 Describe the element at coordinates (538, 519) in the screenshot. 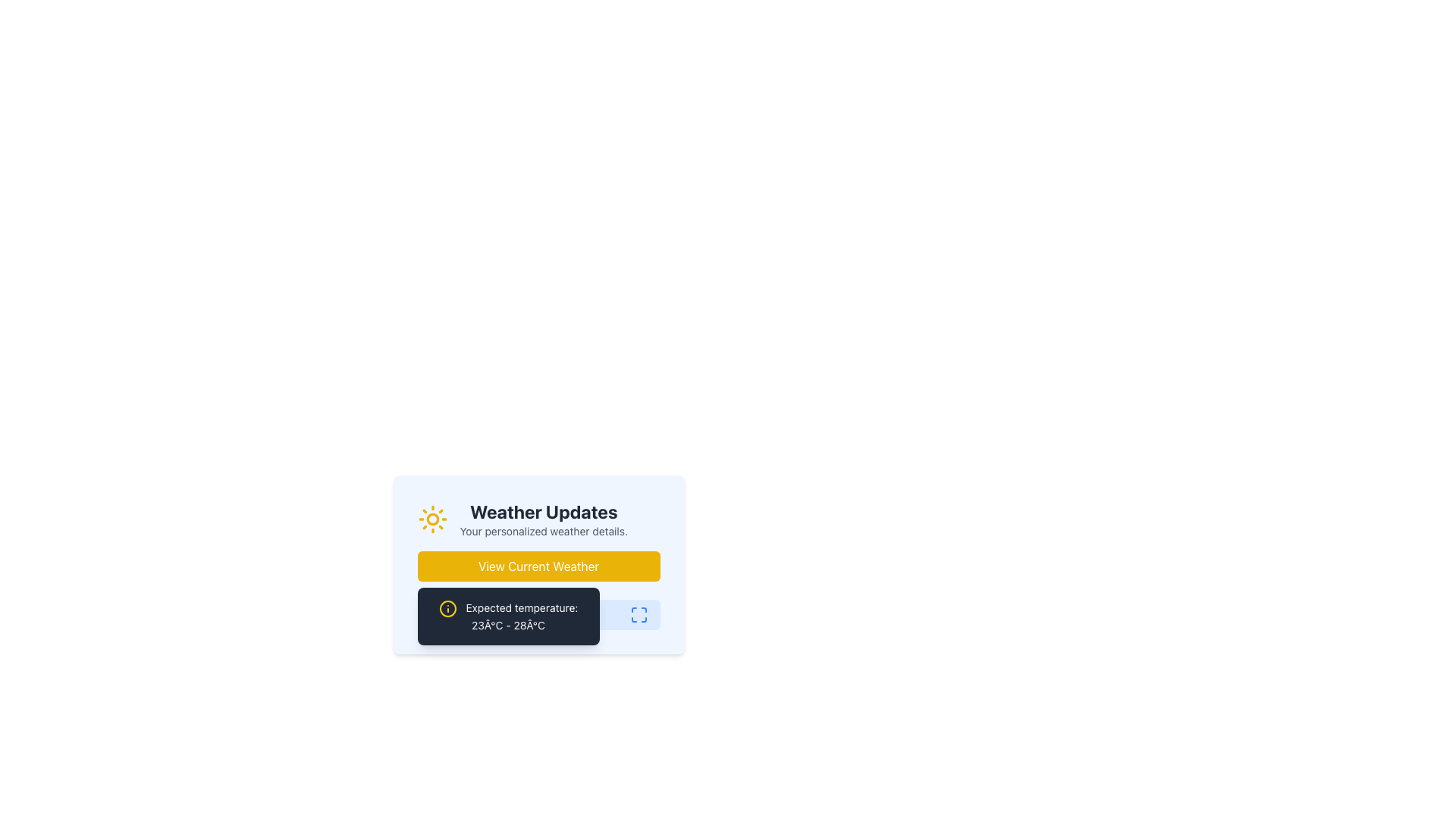

I see `the Informational Header displaying a sun icon and weather updates text, located at the top of the weather widget panel` at that location.